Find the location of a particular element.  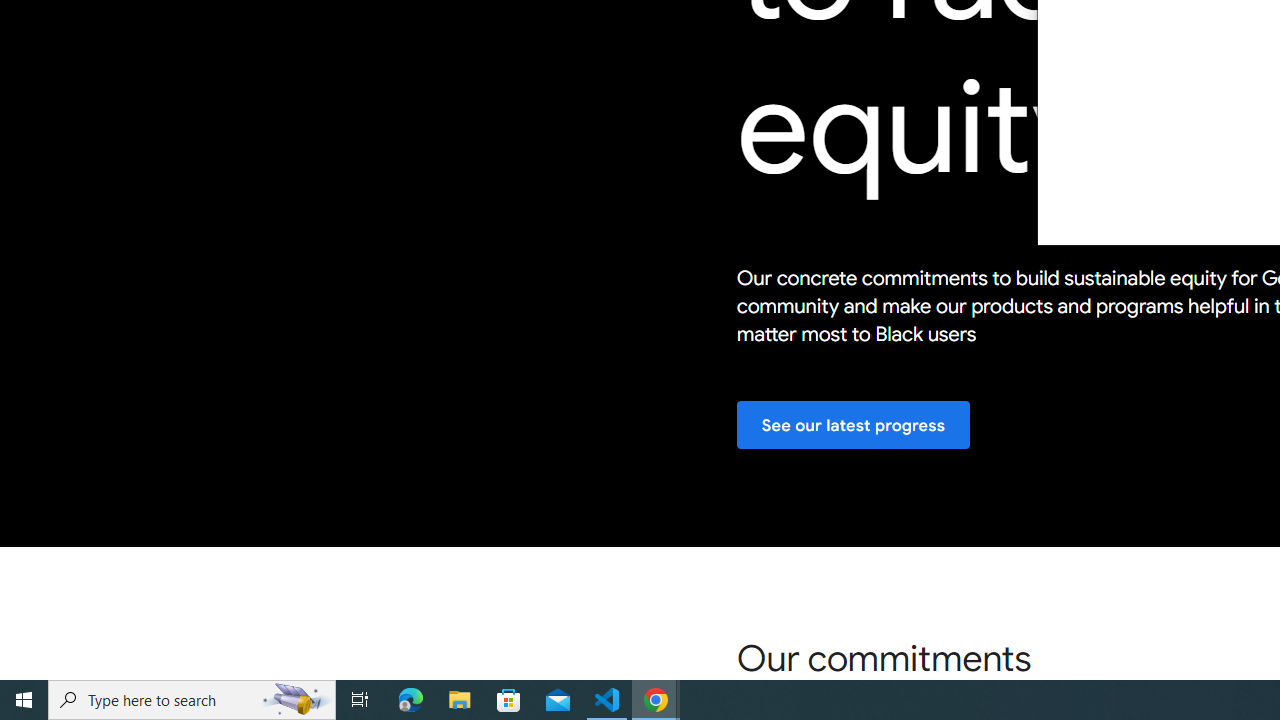

'Start' is located at coordinates (24, 698).